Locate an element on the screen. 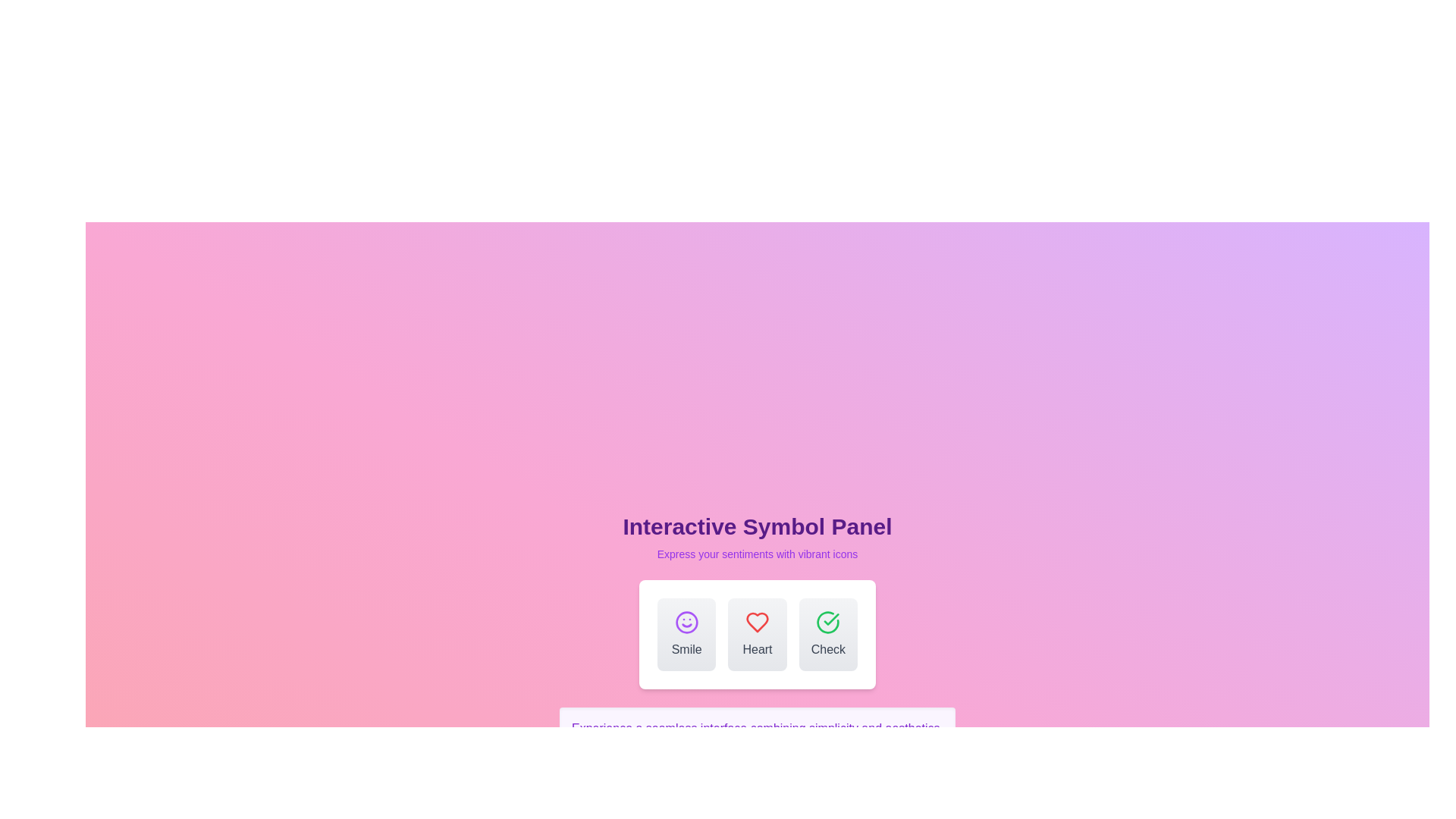 The width and height of the screenshot is (1456, 819). text label 'Interactive Symbol Panel' which is a bold, large purple font element located at the top center of the panel, above the subheading is located at coordinates (757, 526).